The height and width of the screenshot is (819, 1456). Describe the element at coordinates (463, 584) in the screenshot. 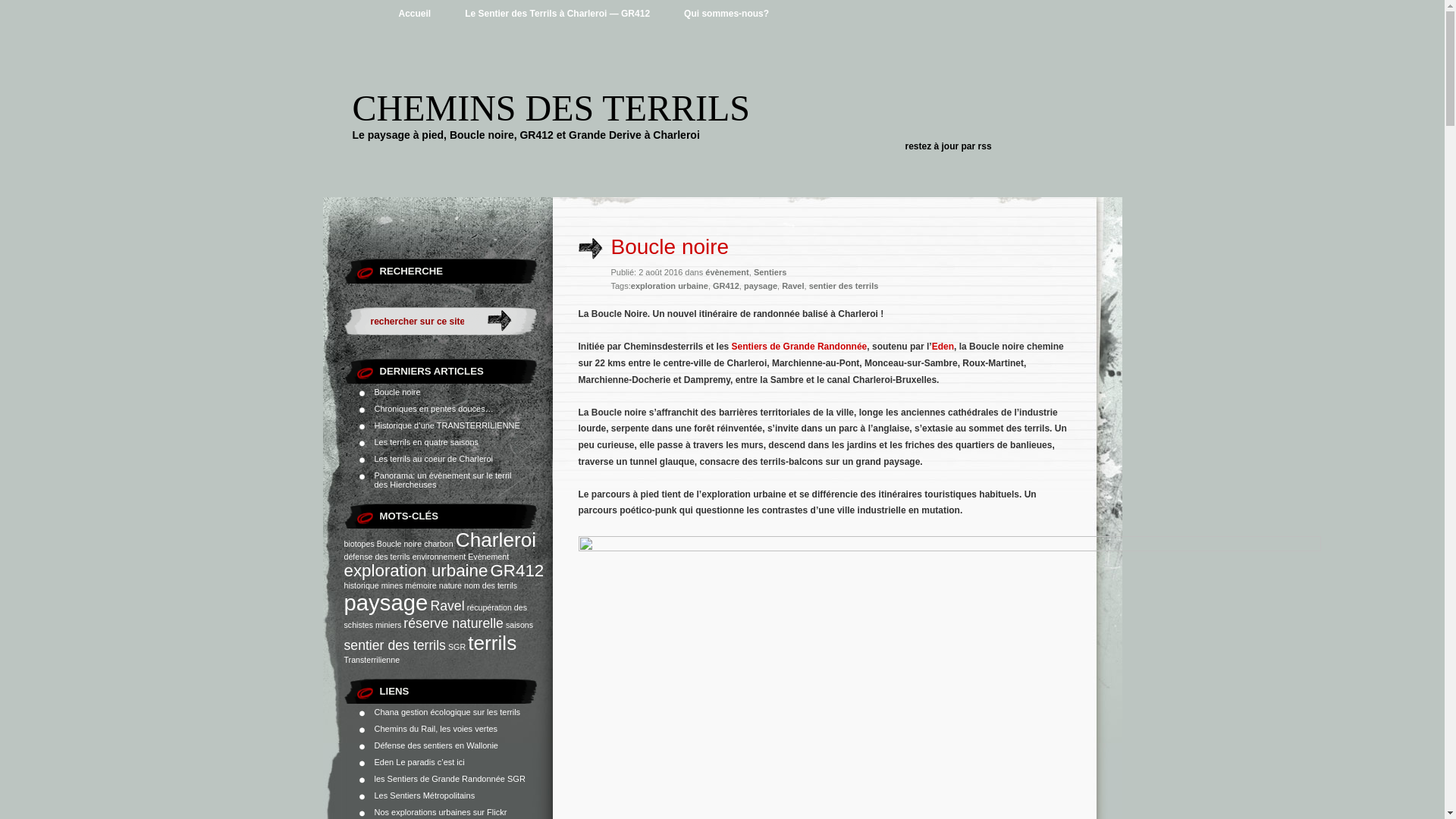

I see `'nom des terrils'` at that location.